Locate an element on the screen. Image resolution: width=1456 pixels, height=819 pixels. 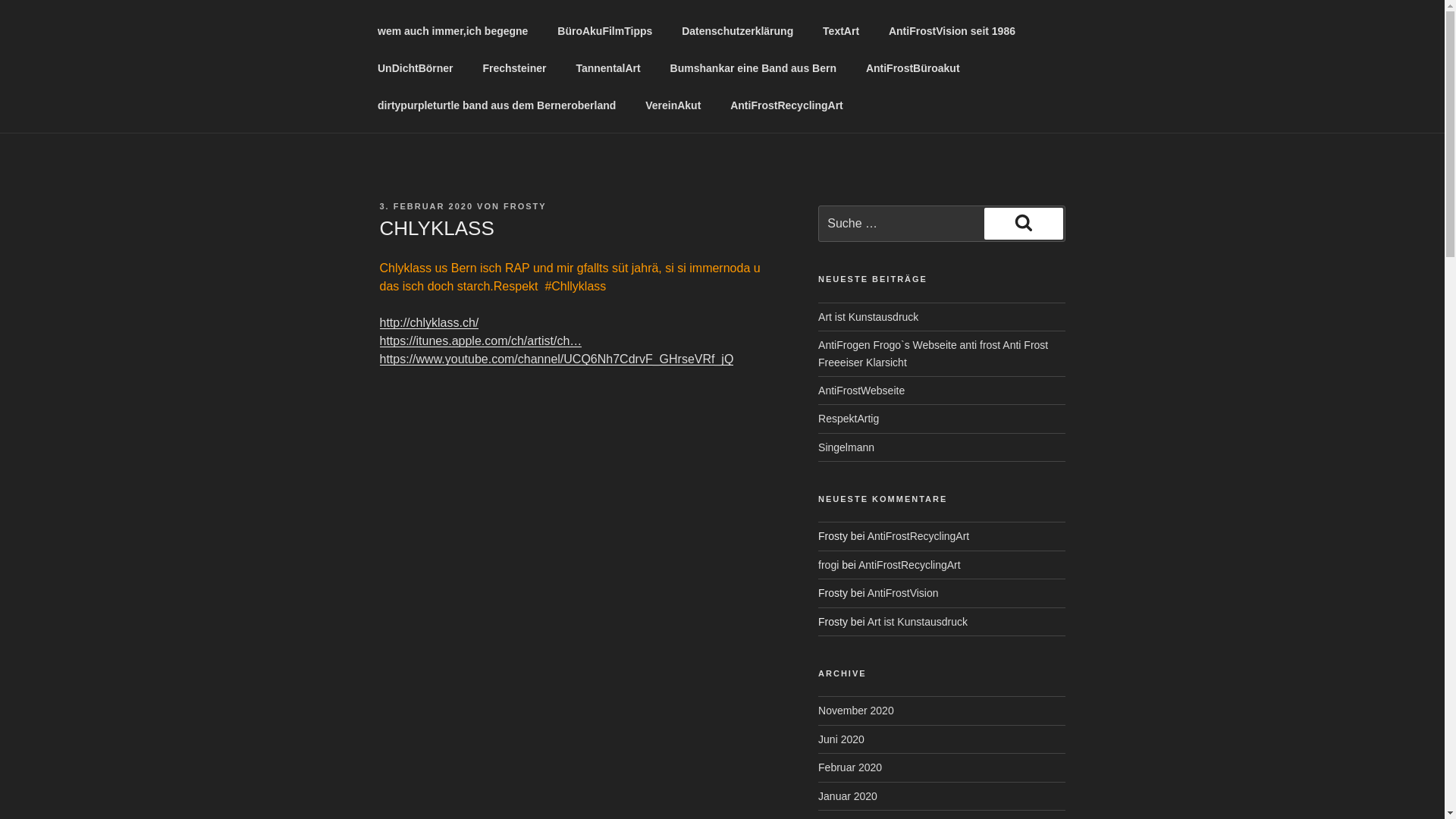
'Januar 2020' is located at coordinates (847, 795).